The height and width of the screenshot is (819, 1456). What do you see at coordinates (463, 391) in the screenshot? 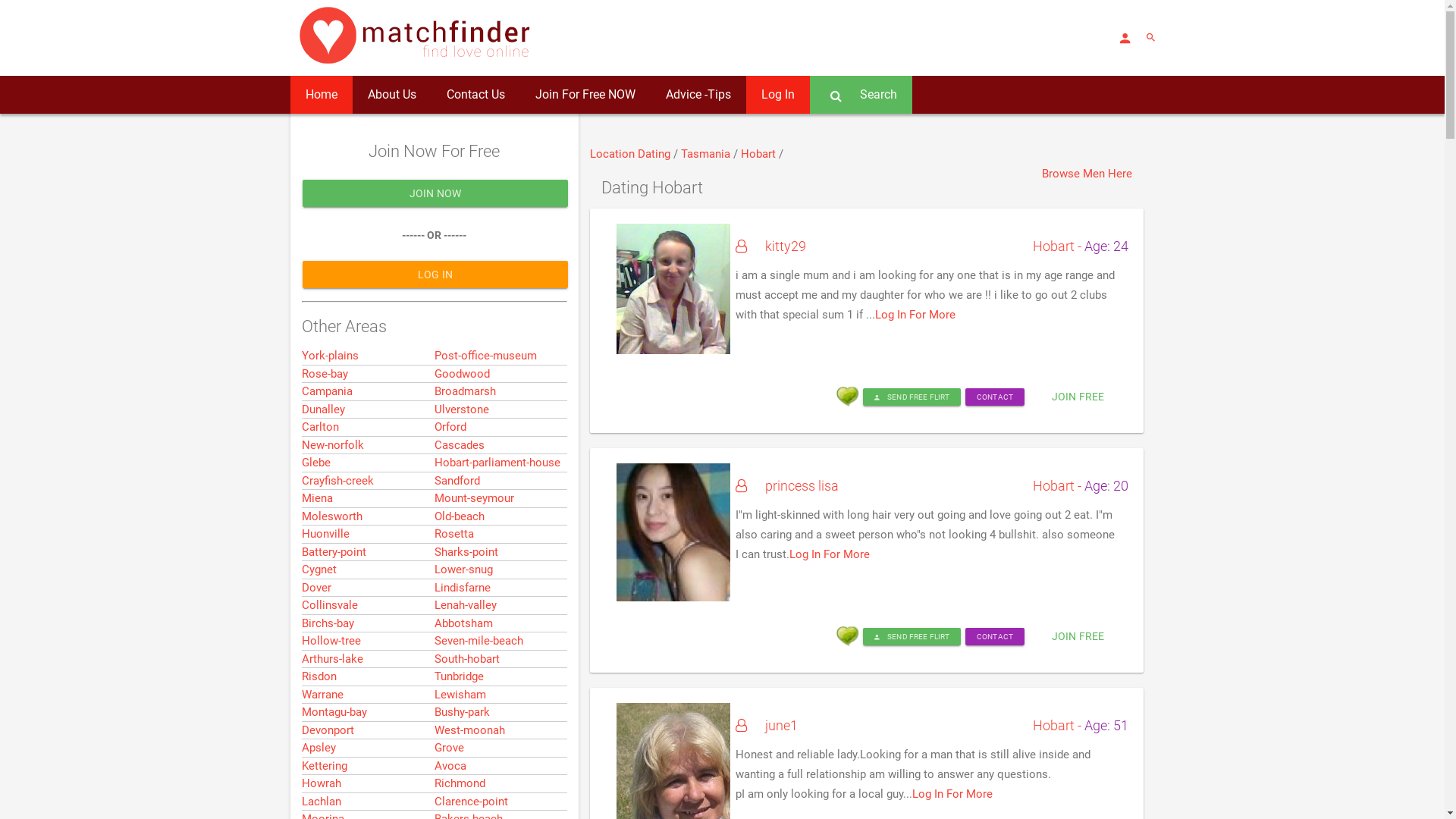
I see `'Broadmarsh'` at bounding box center [463, 391].